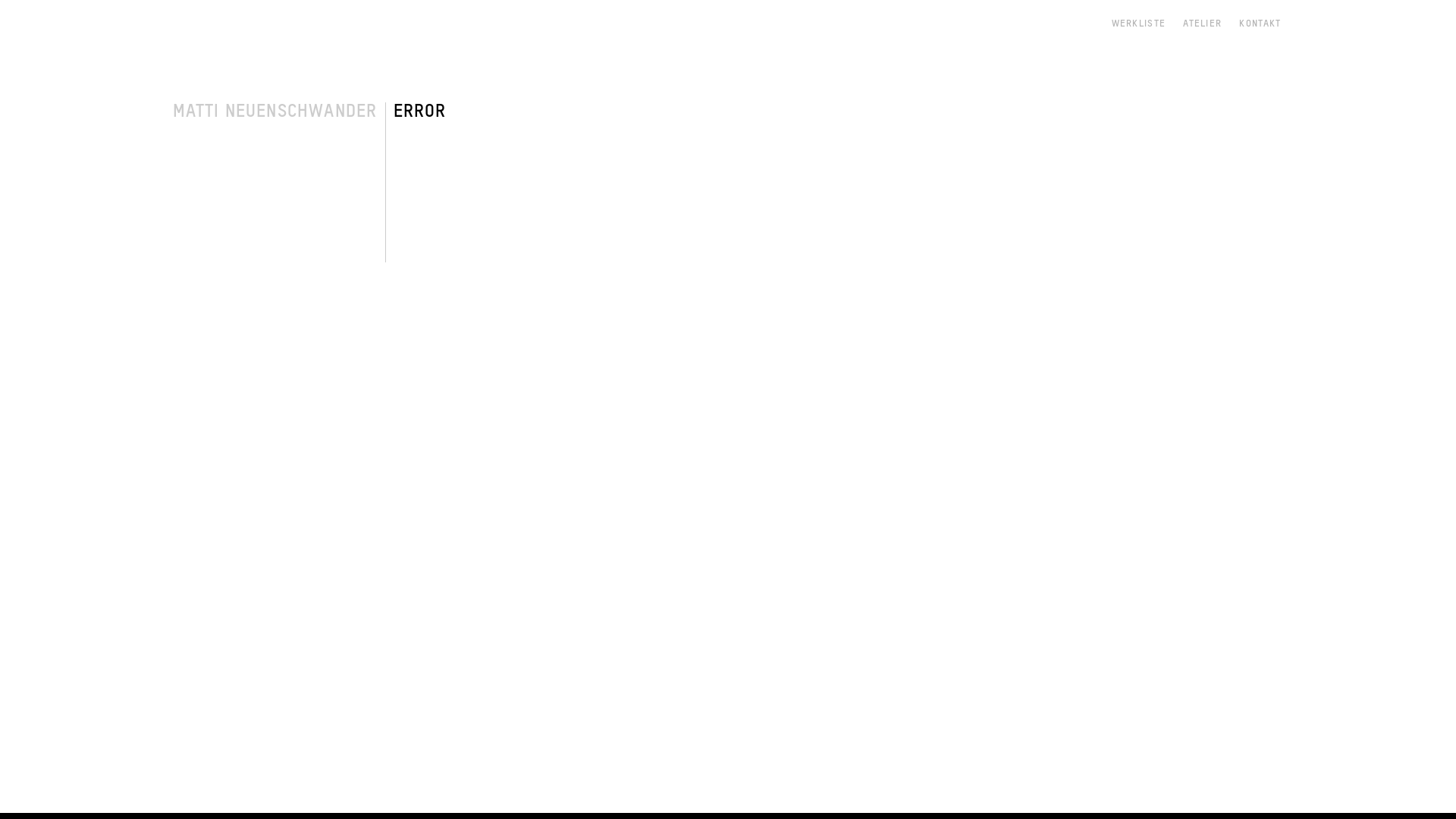  I want to click on 'KONTAKT', so click(1260, 24).